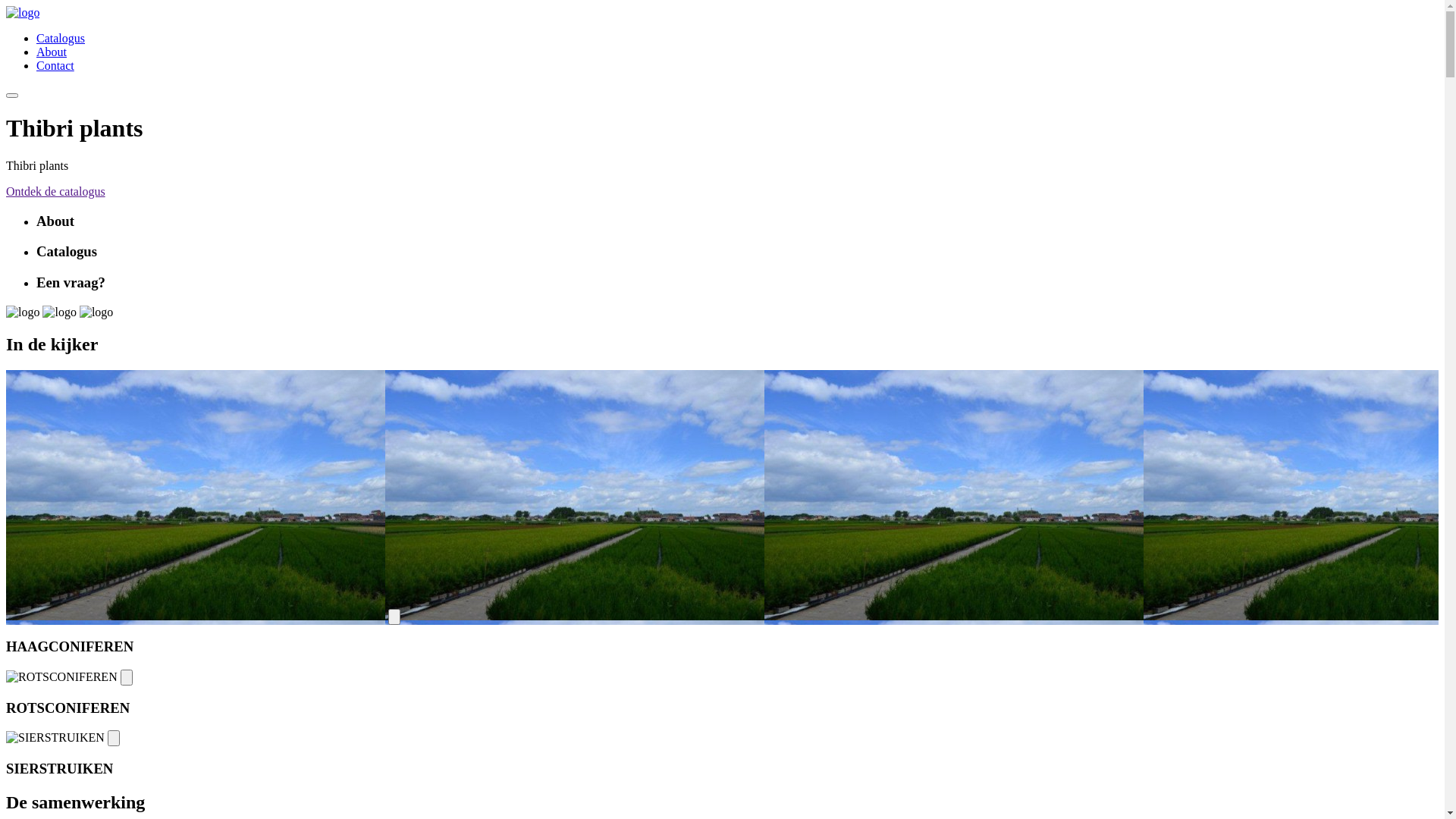 This screenshot has height=819, width=1456. Describe the element at coordinates (6, 12) in the screenshot. I see `'logo'` at that location.